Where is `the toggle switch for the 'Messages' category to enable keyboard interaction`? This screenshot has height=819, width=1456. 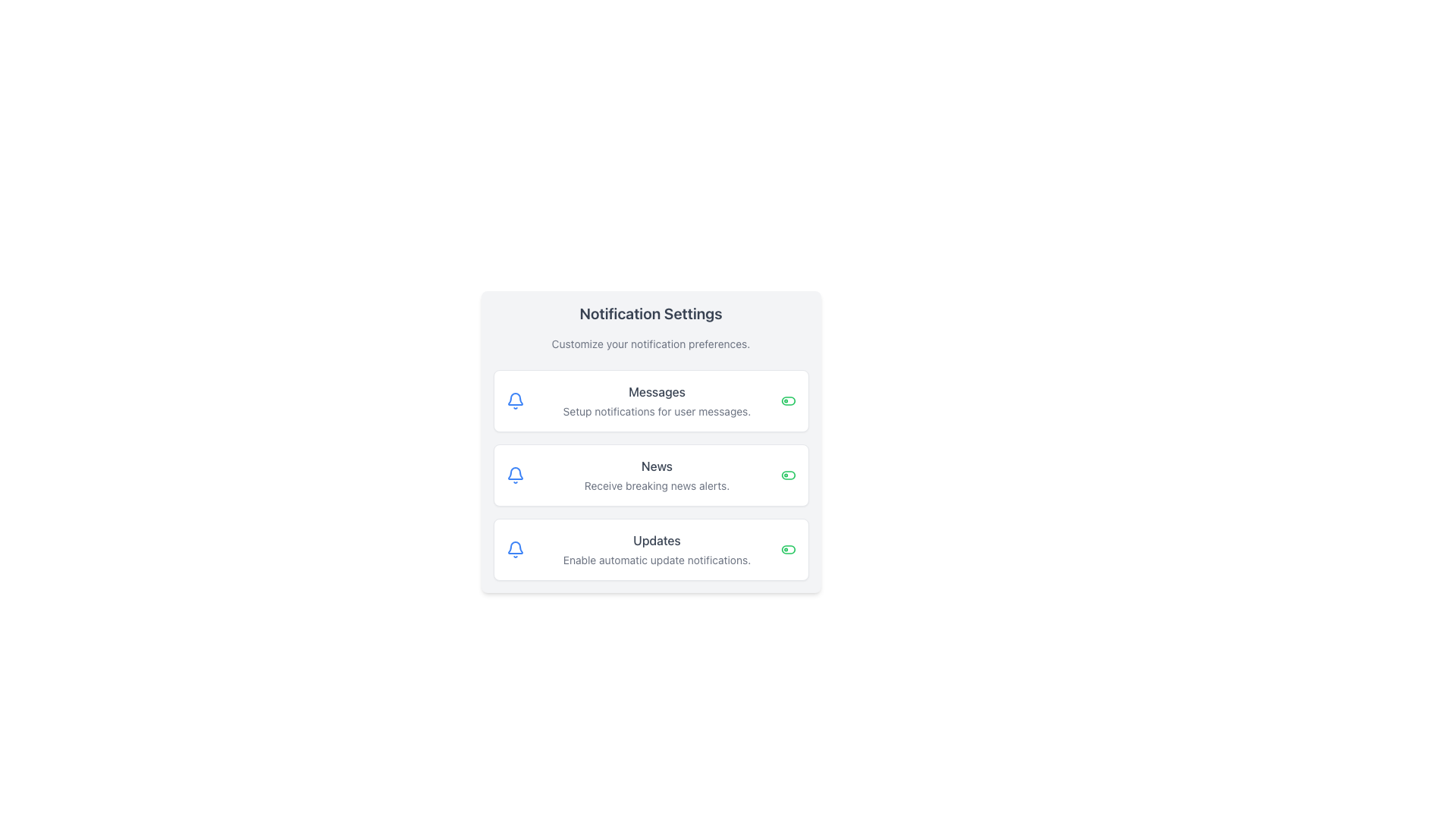 the toggle switch for the 'Messages' category to enable keyboard interaction is located at coordinates (788, 400).